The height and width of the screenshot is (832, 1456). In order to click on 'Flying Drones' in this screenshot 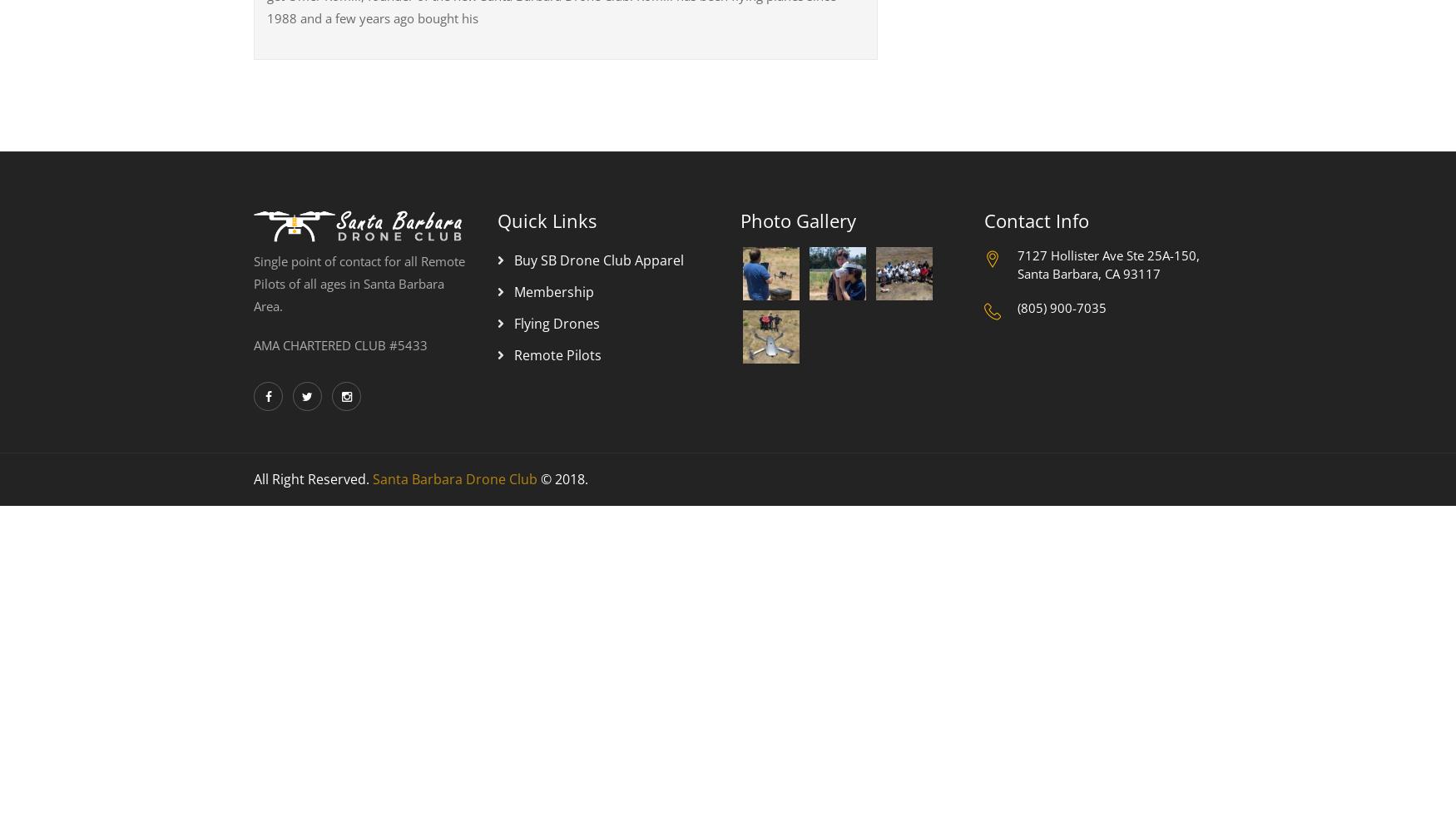, I will do `click(555, 324)`.